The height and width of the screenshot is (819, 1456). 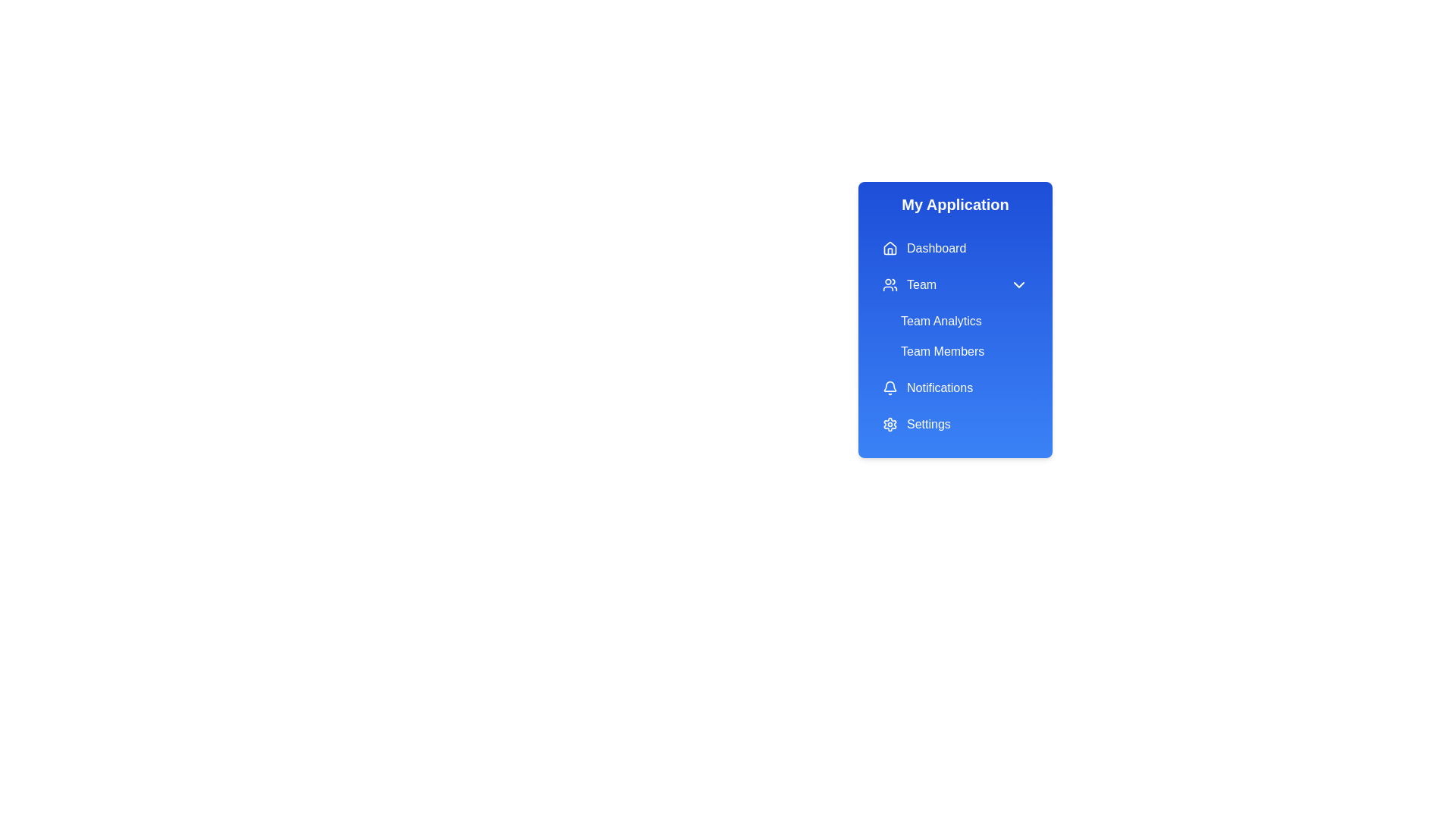 What do you see at coordinates (954, 318) in the screenshot?
I see `multiline text label containing 'Team Analytics' and 'Team Members' located within the blue dropdown menu below the 'Team' label` at bounding box center [954, 318].